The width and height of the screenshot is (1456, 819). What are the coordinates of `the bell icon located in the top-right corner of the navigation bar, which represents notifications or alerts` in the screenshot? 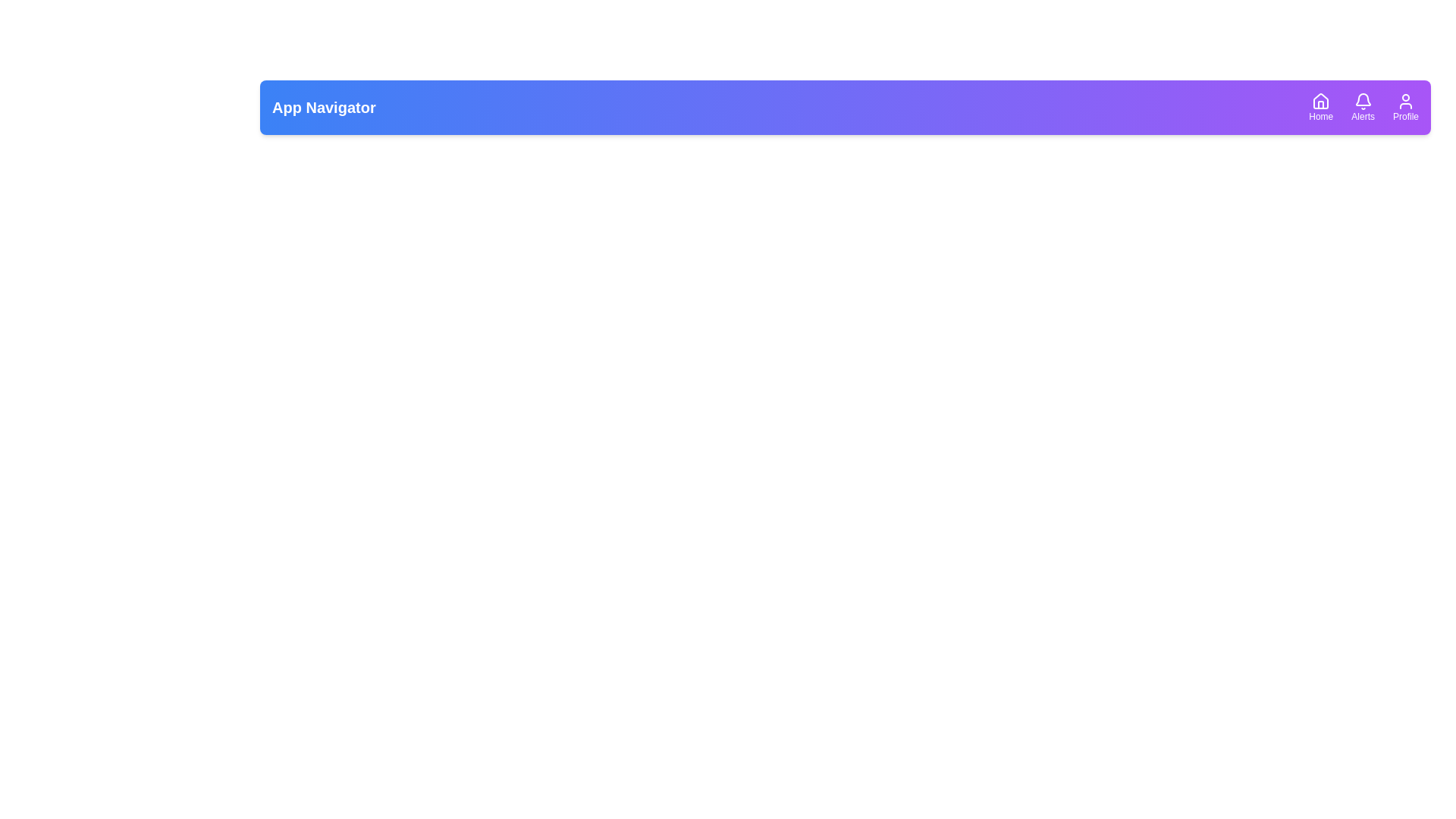 It's located at (1363, 102).